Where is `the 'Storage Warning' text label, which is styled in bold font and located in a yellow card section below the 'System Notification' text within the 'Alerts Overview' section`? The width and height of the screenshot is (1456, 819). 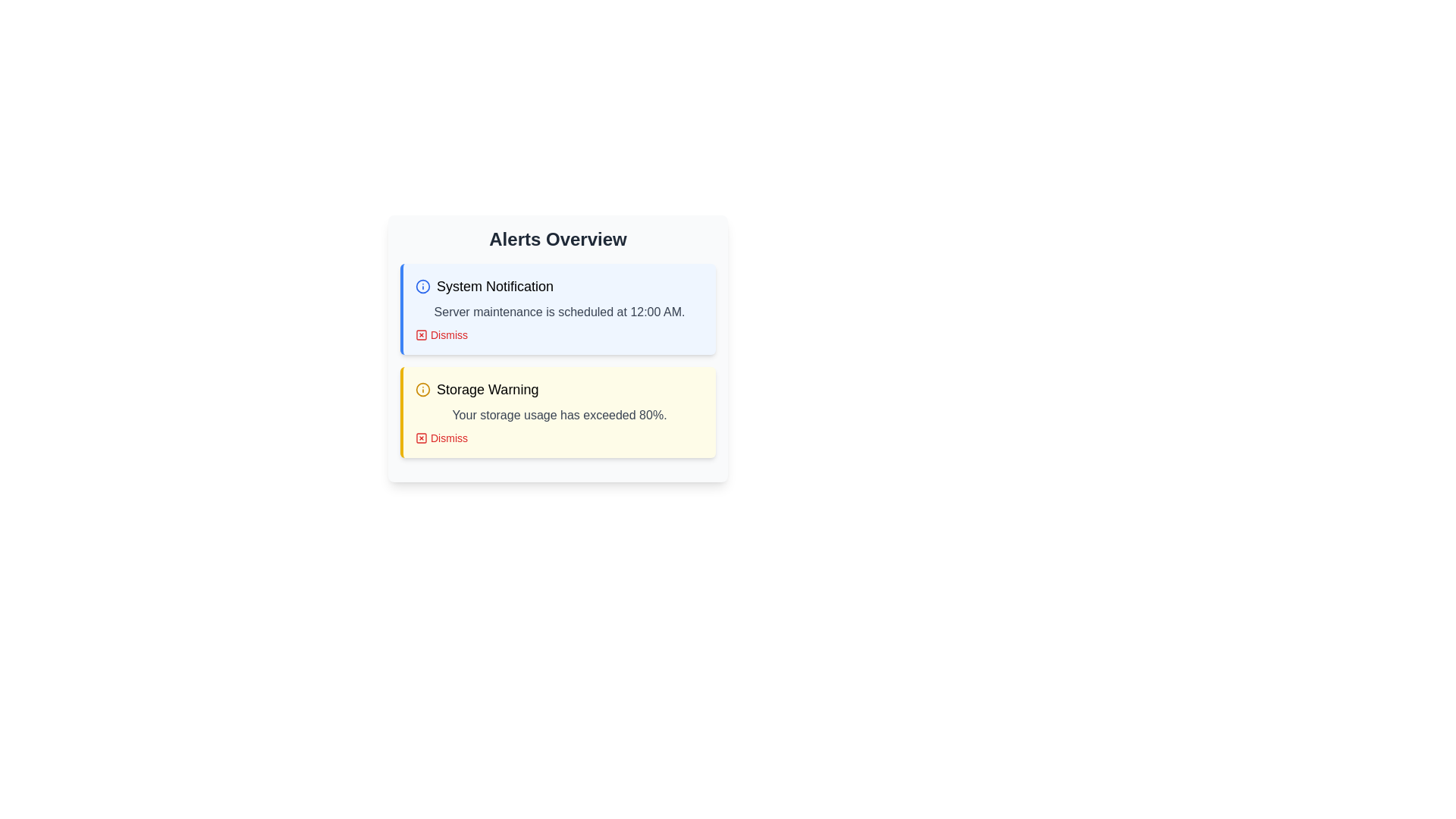
the 'Storage Warning' text label, which is styled in bold font and located in a yellow card section below the 'System Notification' text within the 'Alerts Overview' section is located at coordinates (488, 388).